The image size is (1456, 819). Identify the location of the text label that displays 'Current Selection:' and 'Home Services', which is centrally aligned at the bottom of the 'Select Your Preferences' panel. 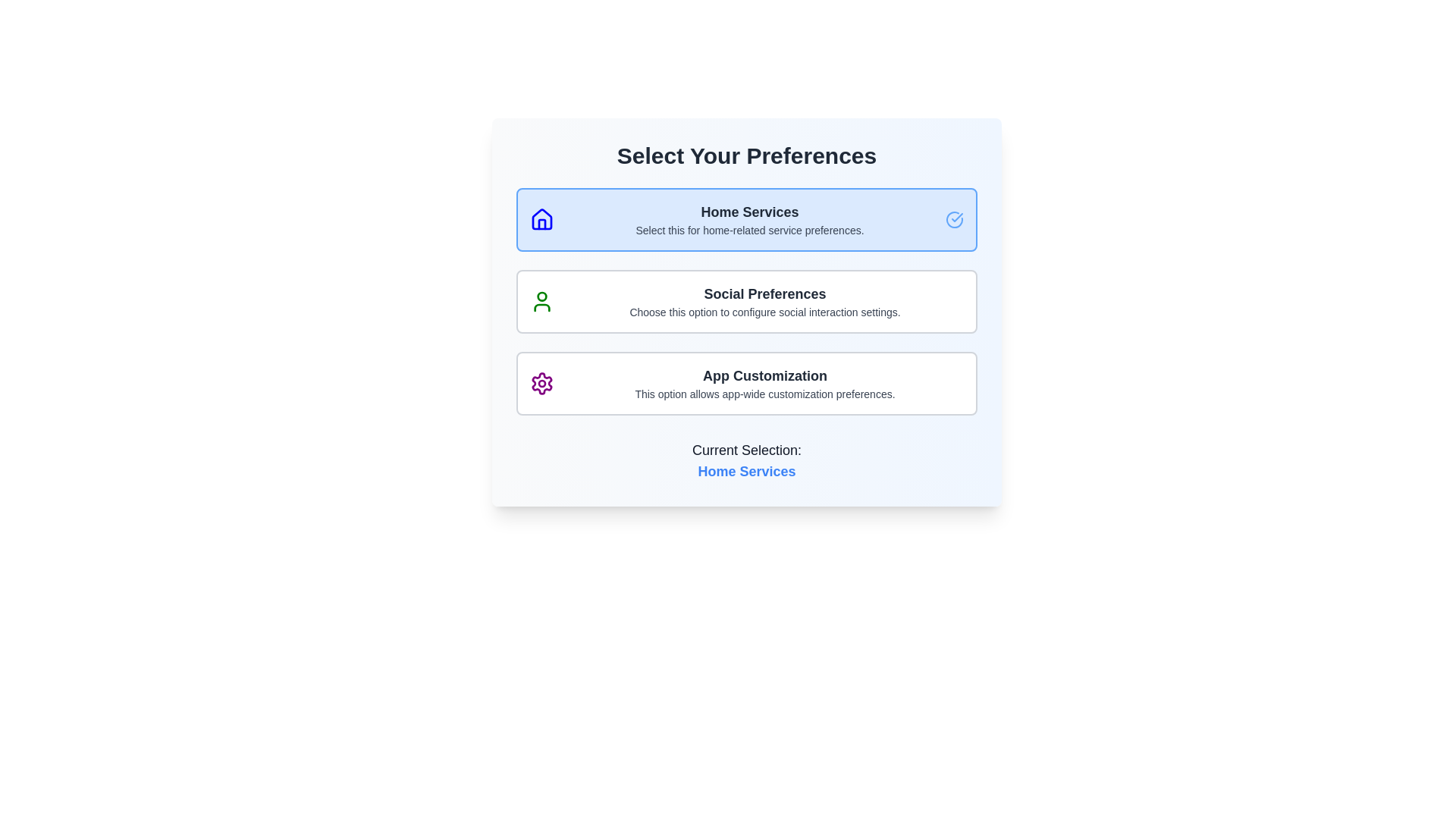
(746, 460).